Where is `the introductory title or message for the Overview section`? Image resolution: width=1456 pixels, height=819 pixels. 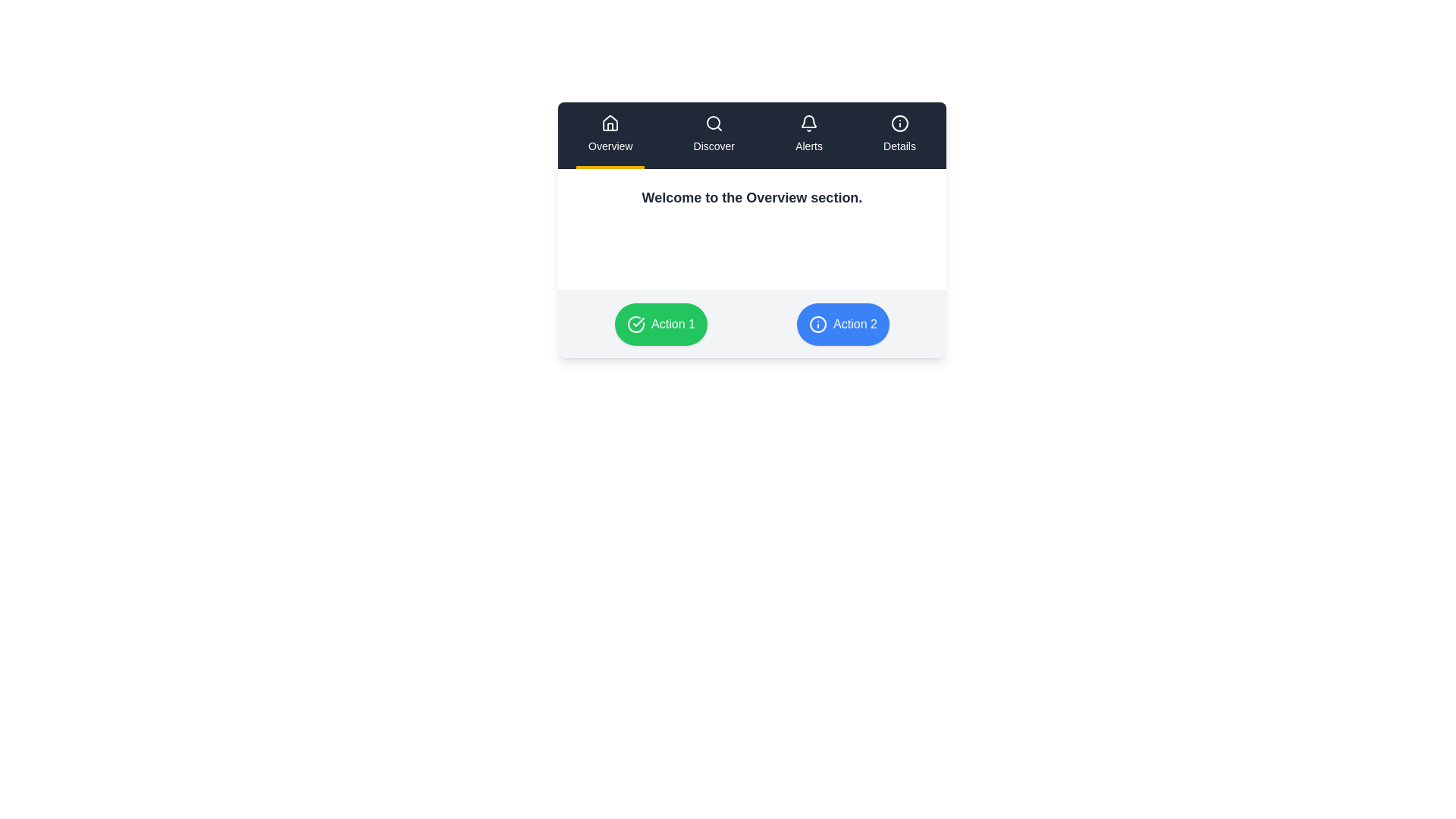 the introductory title or message for the Overview section is located at coordinates (752, 197).